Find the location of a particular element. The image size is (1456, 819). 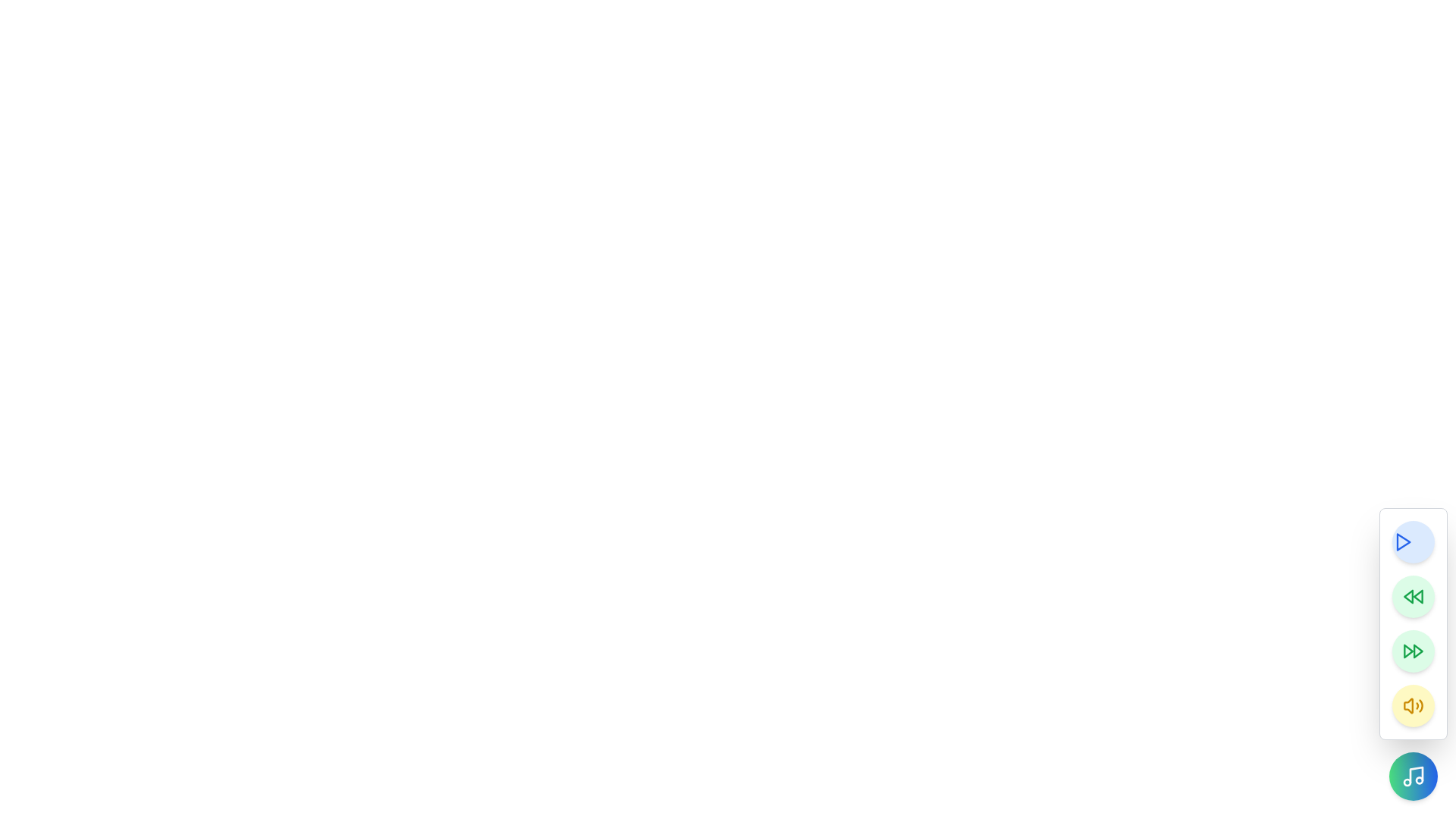

the fast-forward button, which is a green circular button featuring a two-triangle icon, located third from the top in a vertical menu of buttons is located at coordinates (1412, 651).